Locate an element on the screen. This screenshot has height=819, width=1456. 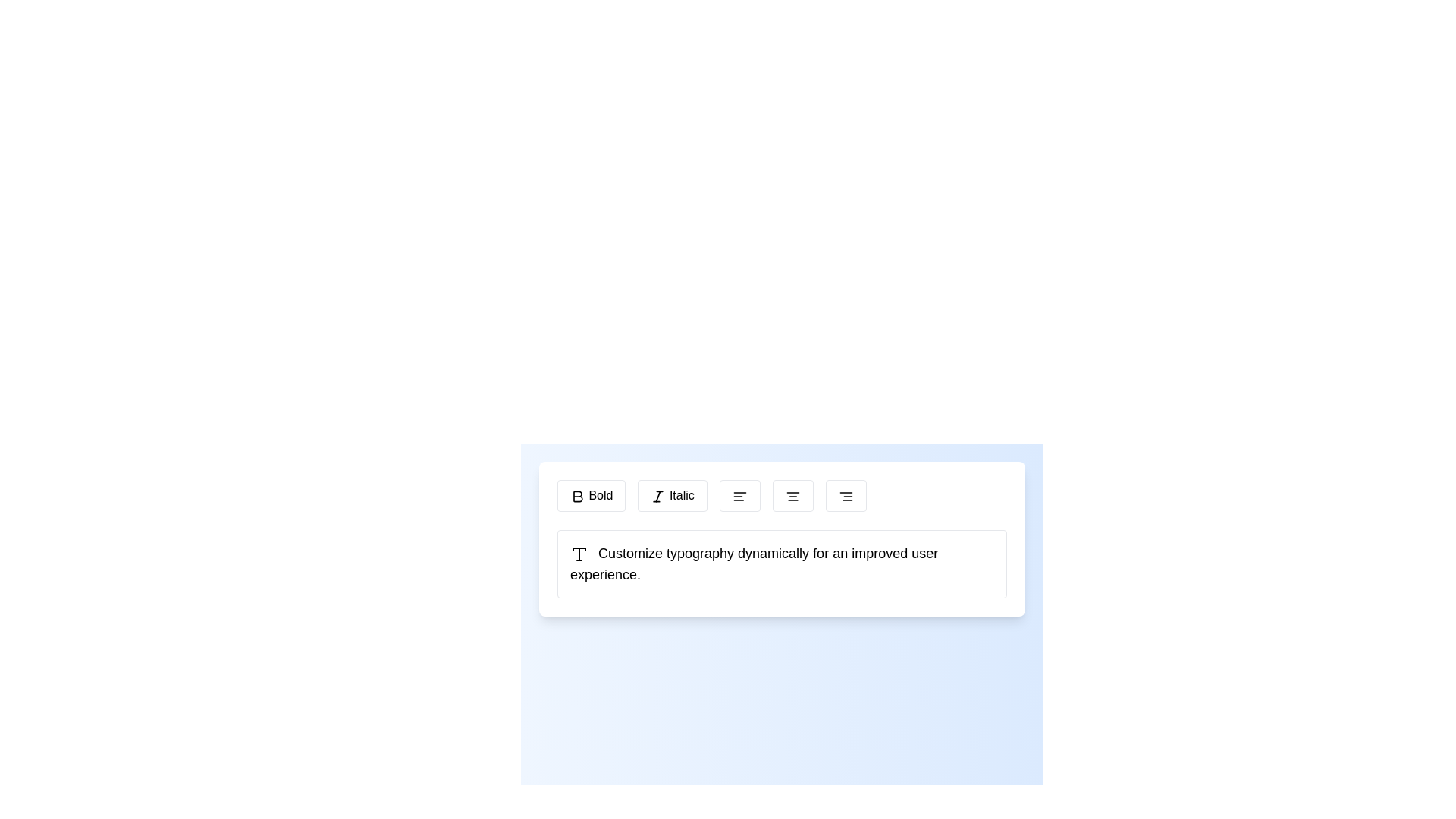
the italic styling button located in the formatting toolbar is located at coordinates (672, 496).